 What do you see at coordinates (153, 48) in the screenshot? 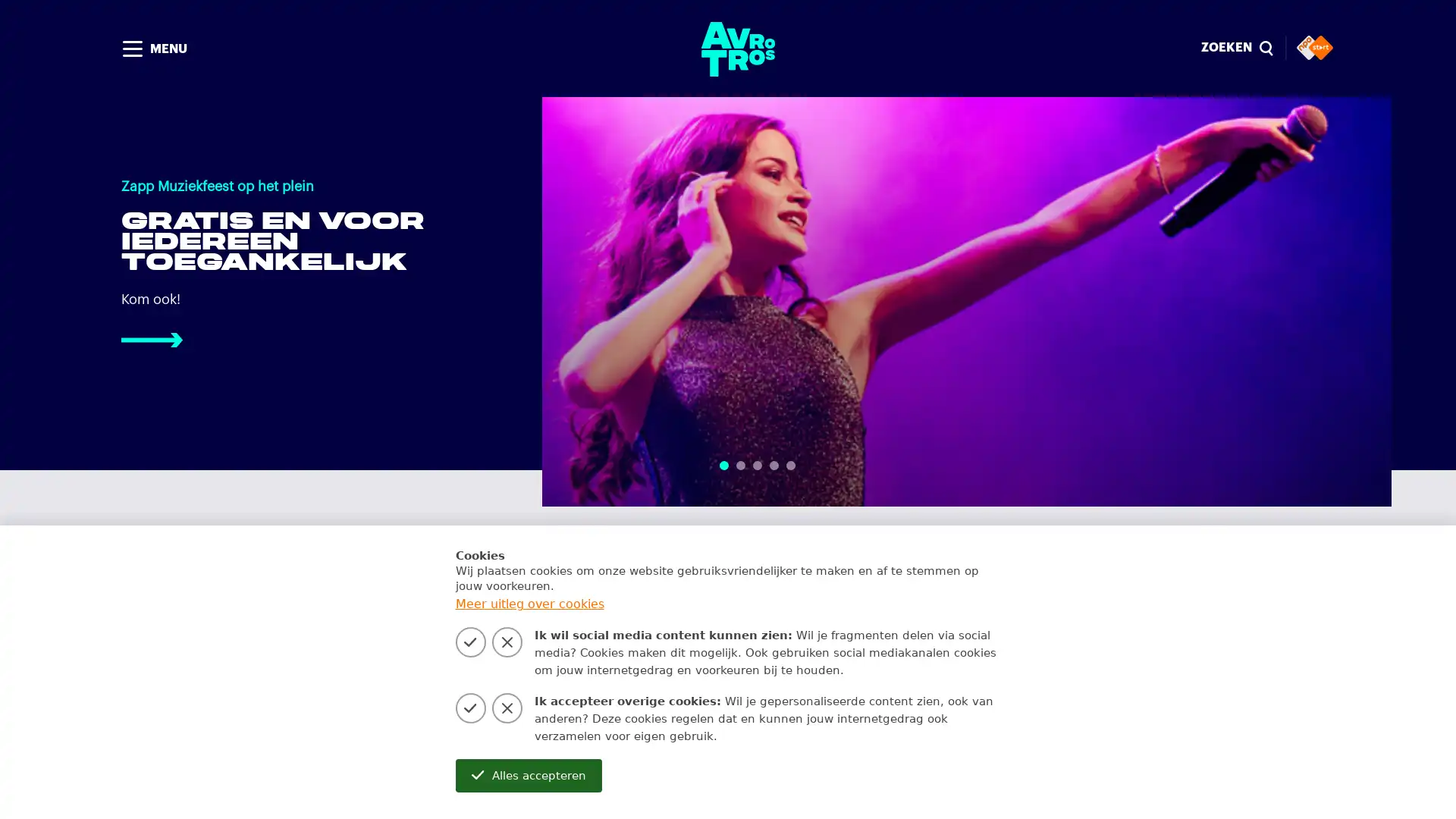
I see `MENU` at bounding box center [153, 48].